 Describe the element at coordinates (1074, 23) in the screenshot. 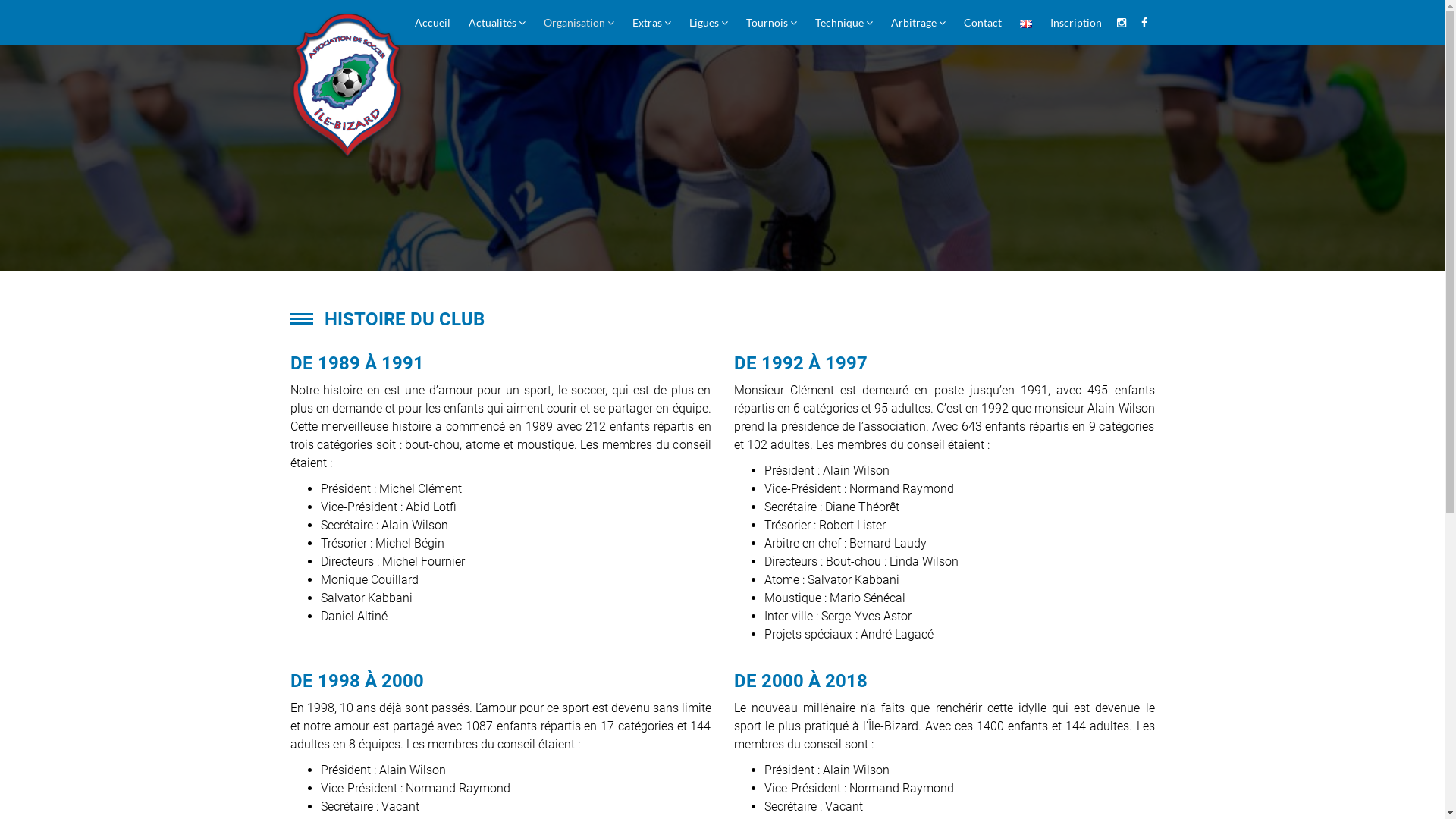

I see `'Inscription'` at that location.